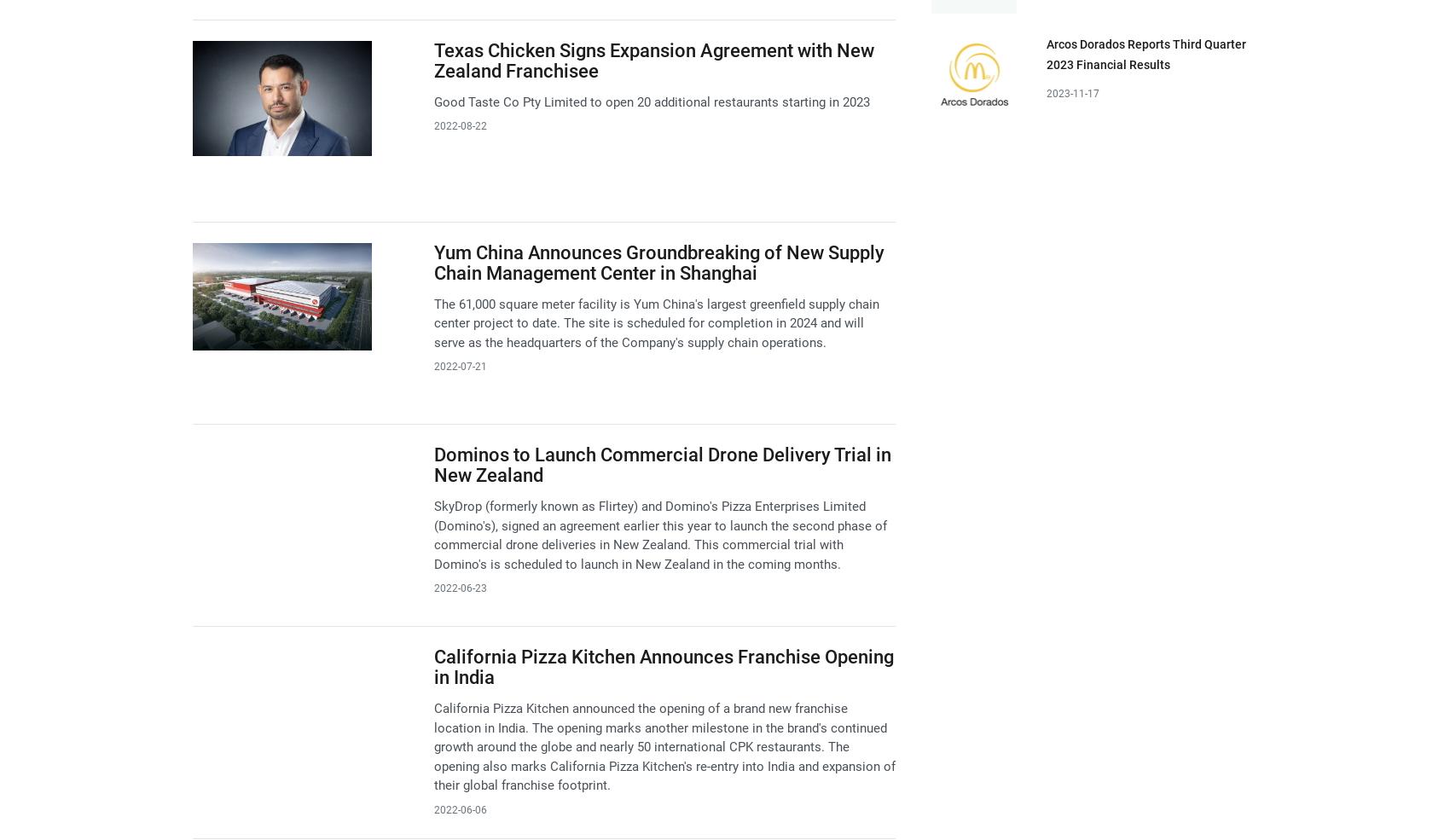  Describe the element at coordinates (1046, 93) in the screenshot. I see `'2023-11-17'` at that location.